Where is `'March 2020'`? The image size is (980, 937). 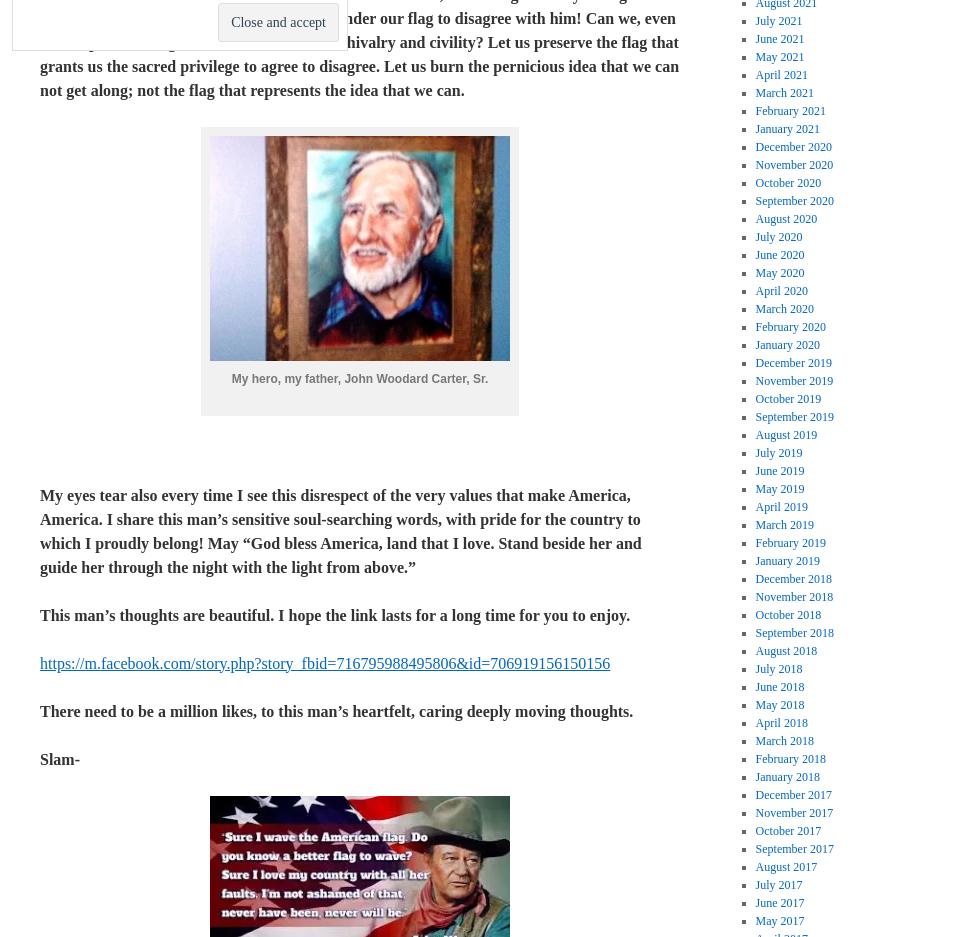 'March 2020' is located at coordinates (754, 308).